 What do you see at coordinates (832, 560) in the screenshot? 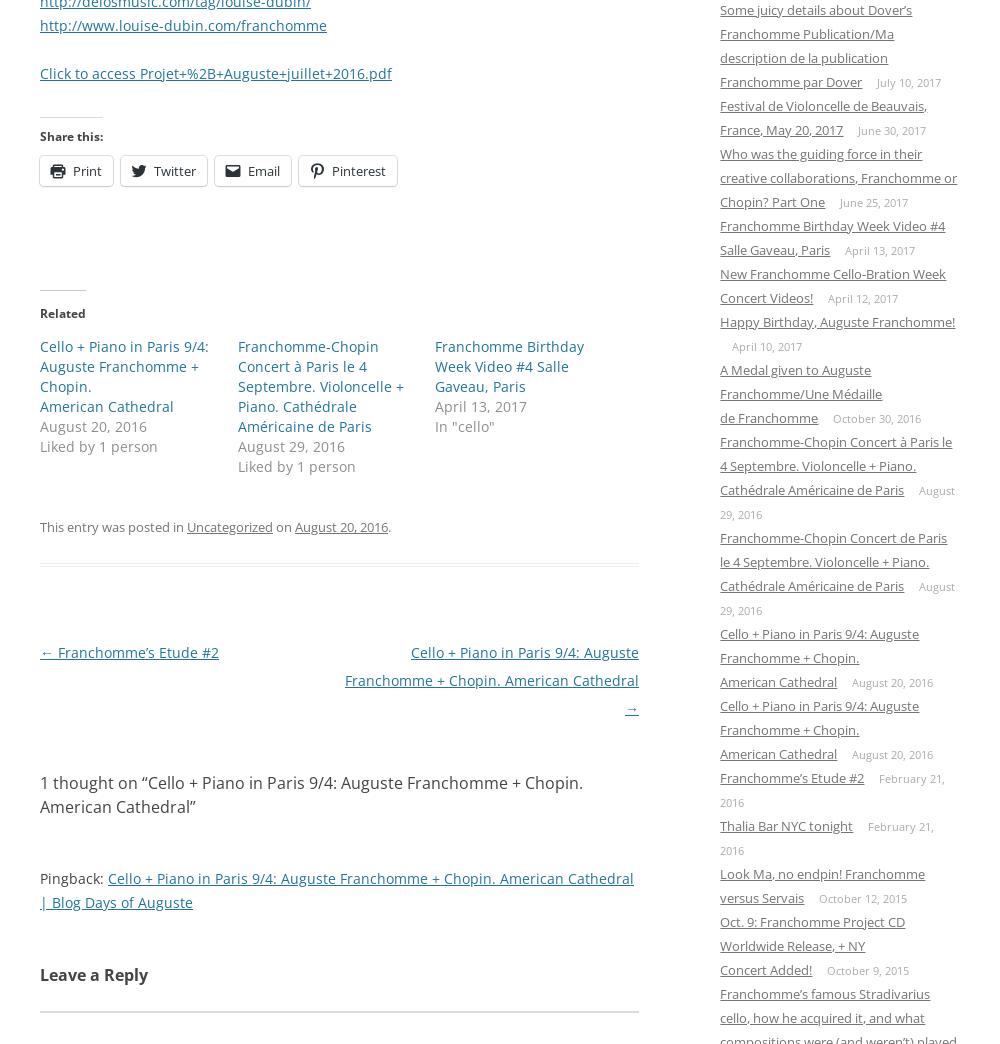
I see `'Franchomme-Chopin Concert de Paris le 4 Septembre. Violoncelle + Piano. Cathédrale Américaine de Paris'` at bounding box center [832, 560].